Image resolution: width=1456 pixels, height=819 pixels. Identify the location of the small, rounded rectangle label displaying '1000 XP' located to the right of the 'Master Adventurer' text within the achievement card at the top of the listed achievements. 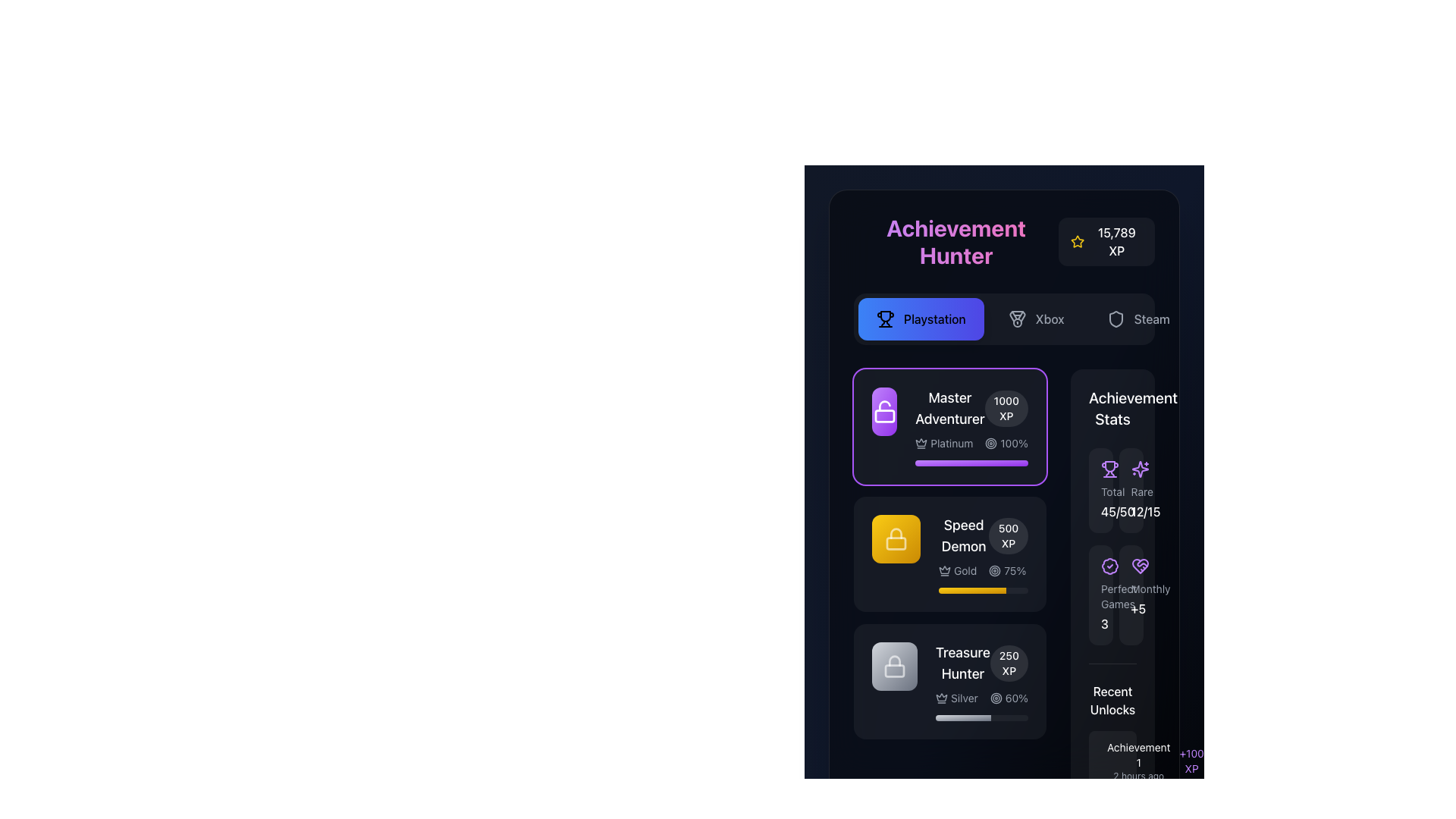
(1006, 408).